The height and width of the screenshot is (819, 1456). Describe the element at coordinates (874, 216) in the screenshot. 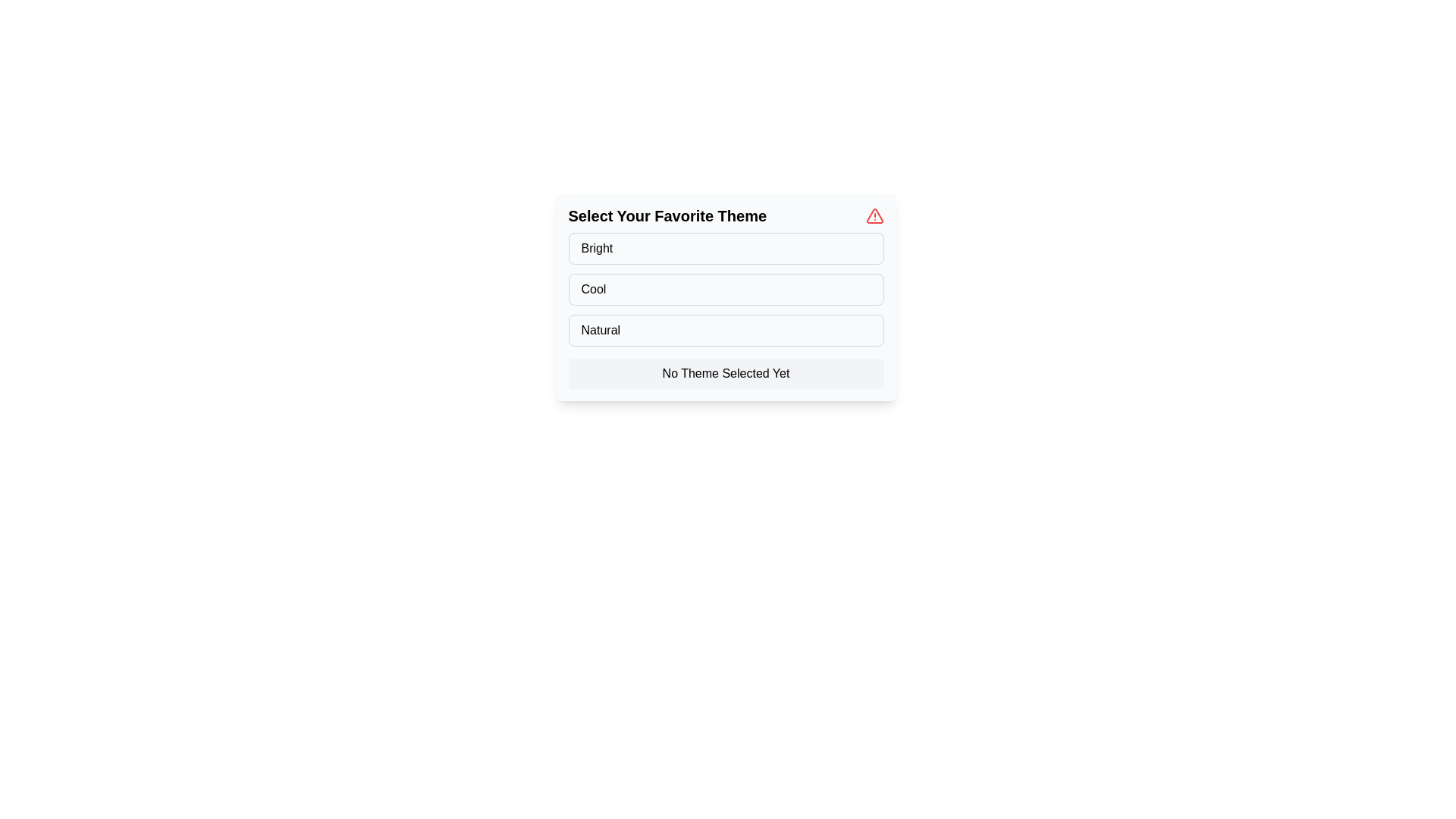

I see `the warning icon located at the top right corner of the 'Select Your Favorite Theme' section` at that location.